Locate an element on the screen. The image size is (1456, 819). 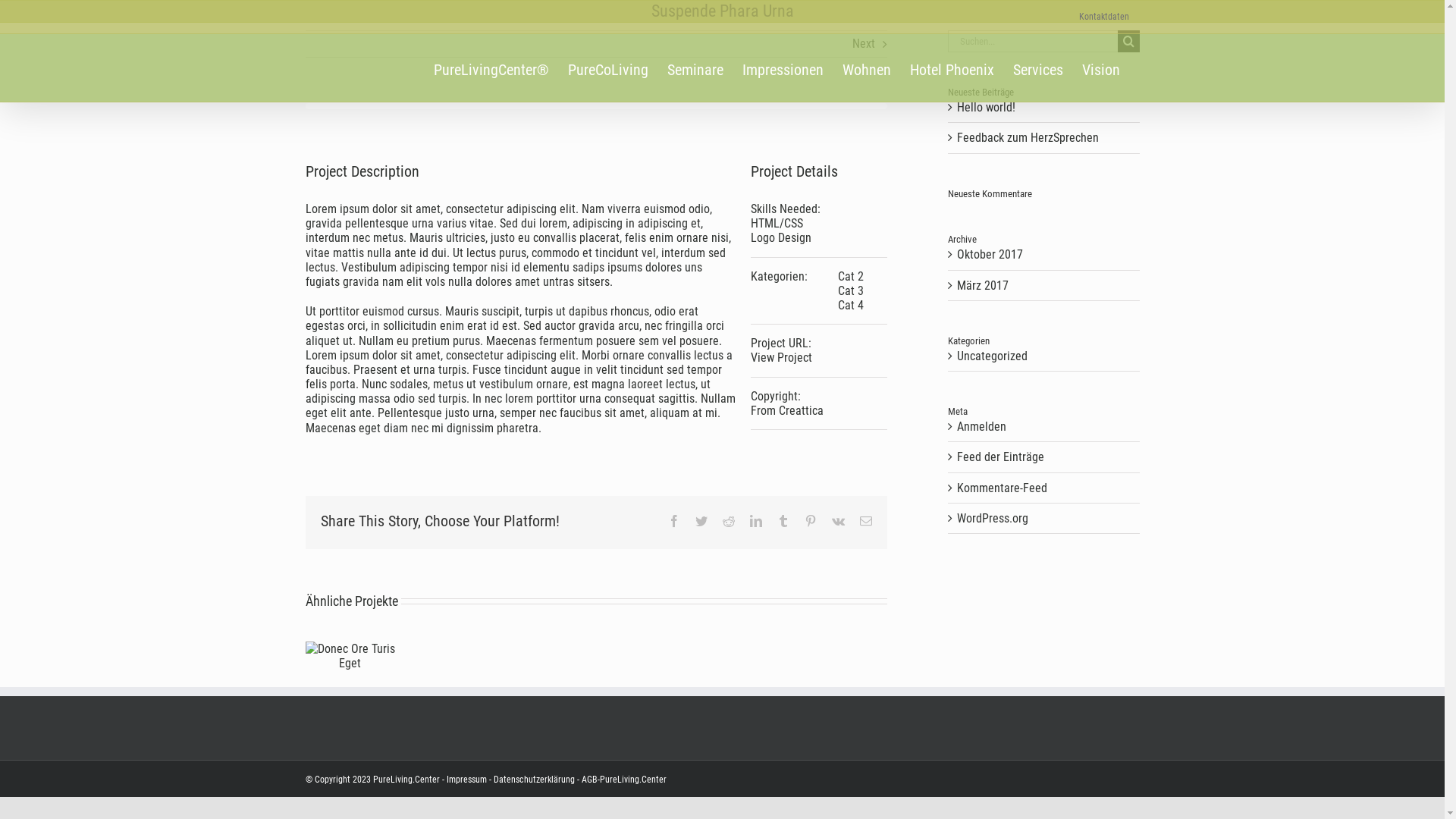
'WordPress.org' is located at coordinates (993, 517).